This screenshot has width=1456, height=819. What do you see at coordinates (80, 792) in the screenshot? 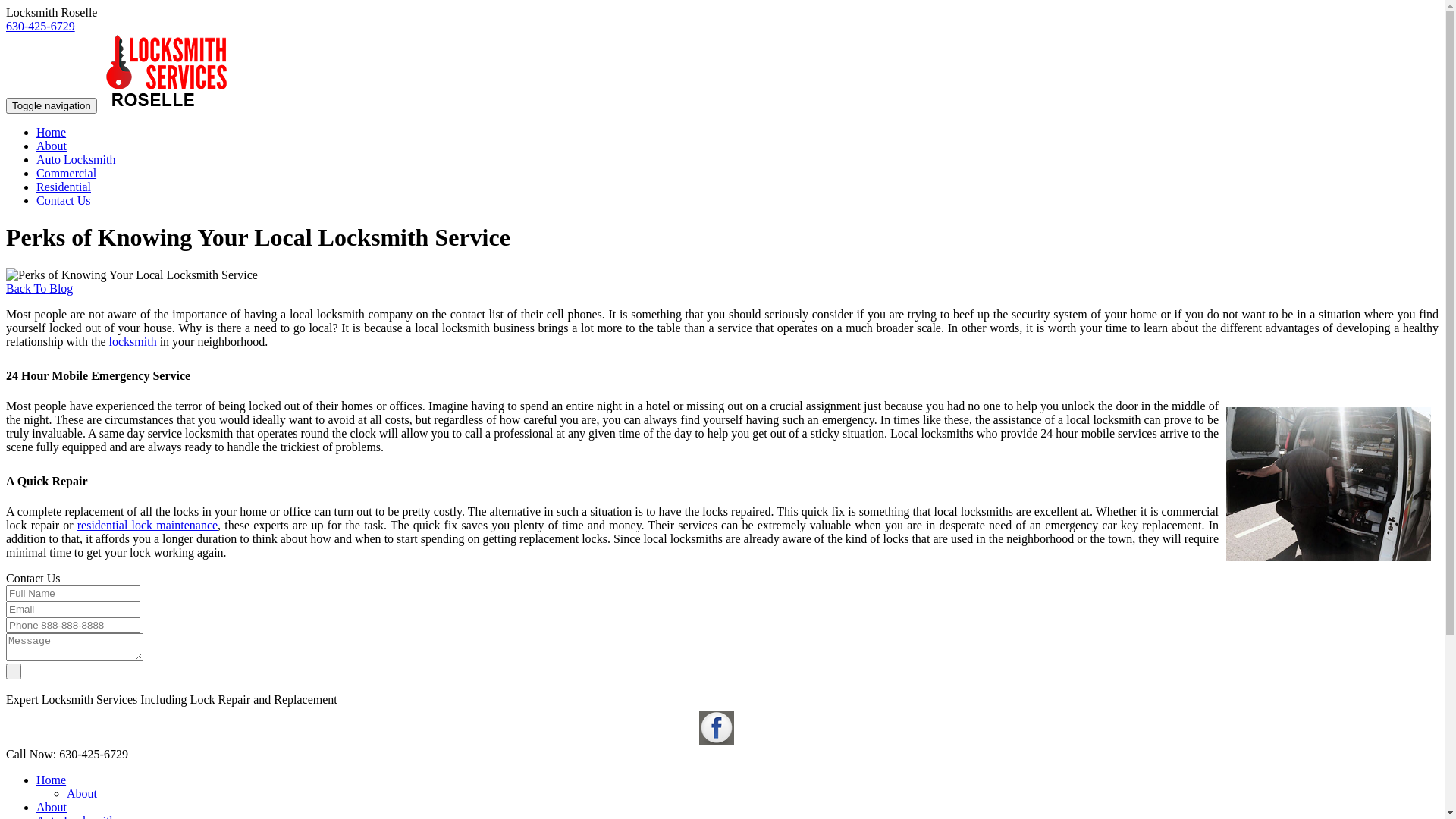
I see `'About'` at bounding box center [80, 792].